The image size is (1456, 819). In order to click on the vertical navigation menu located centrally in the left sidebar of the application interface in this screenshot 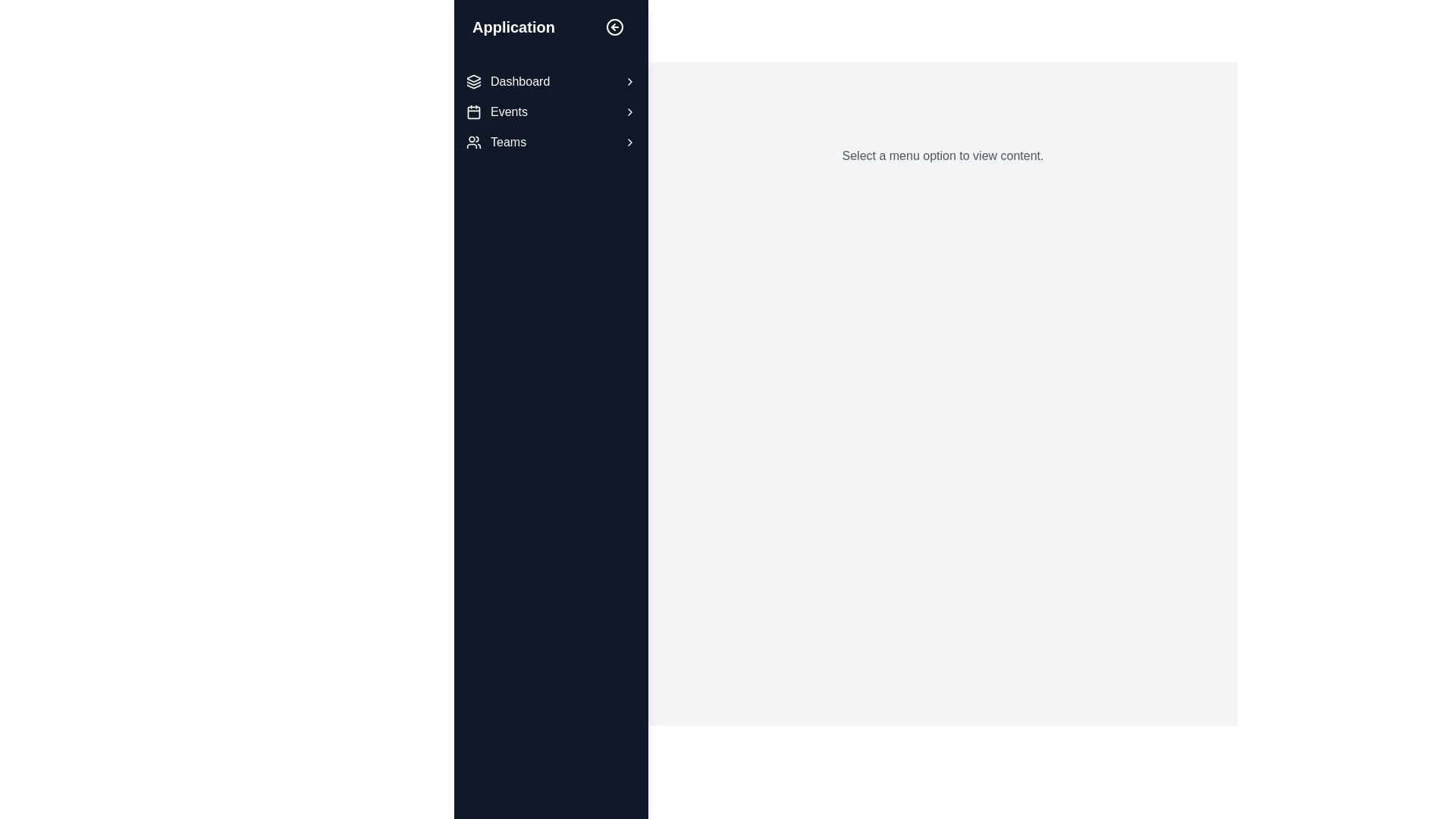, I will do `click(550, 111)`.